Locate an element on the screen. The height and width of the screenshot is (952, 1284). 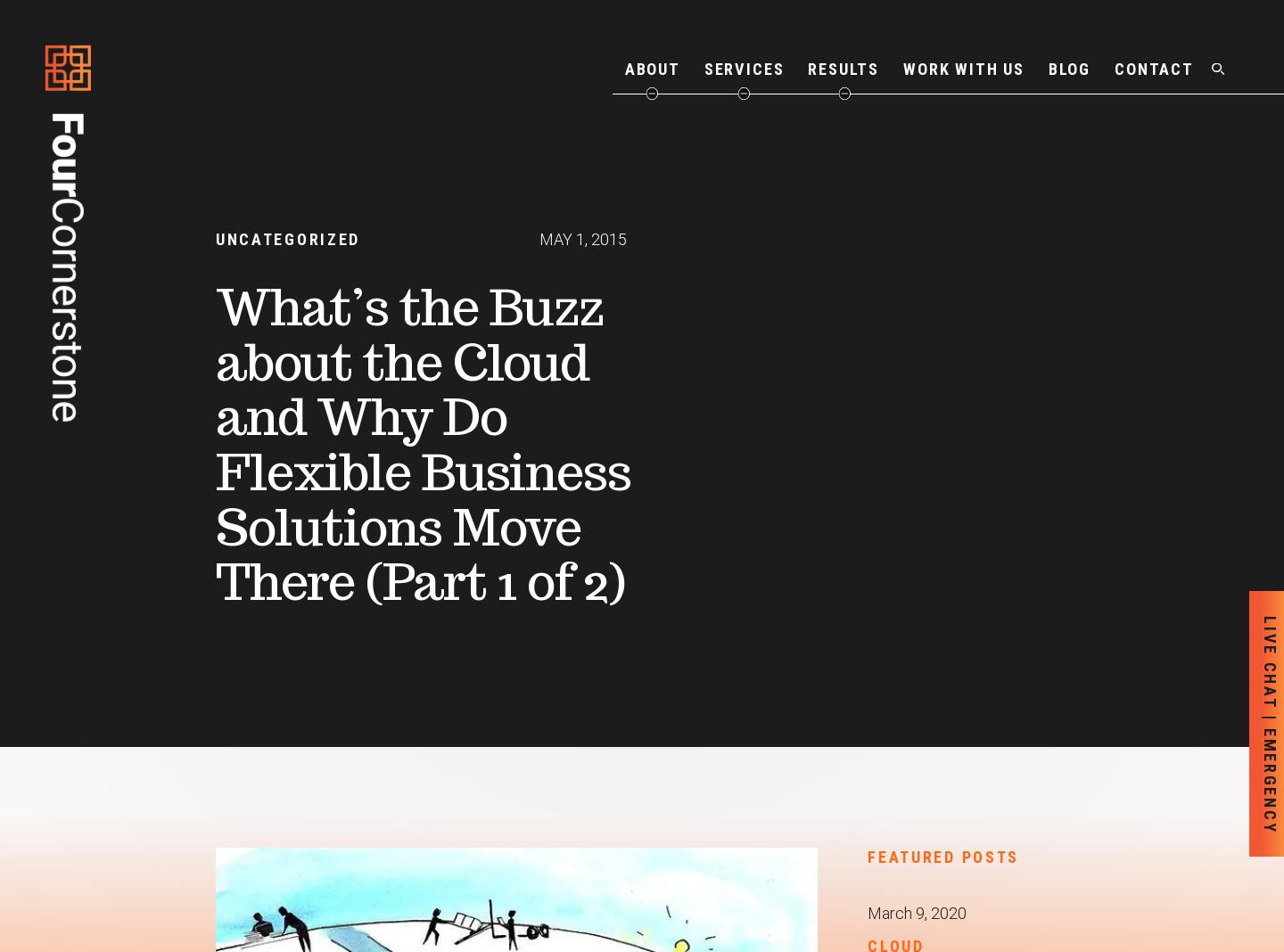
'Work With Us' is located at coordinates (902, 67).